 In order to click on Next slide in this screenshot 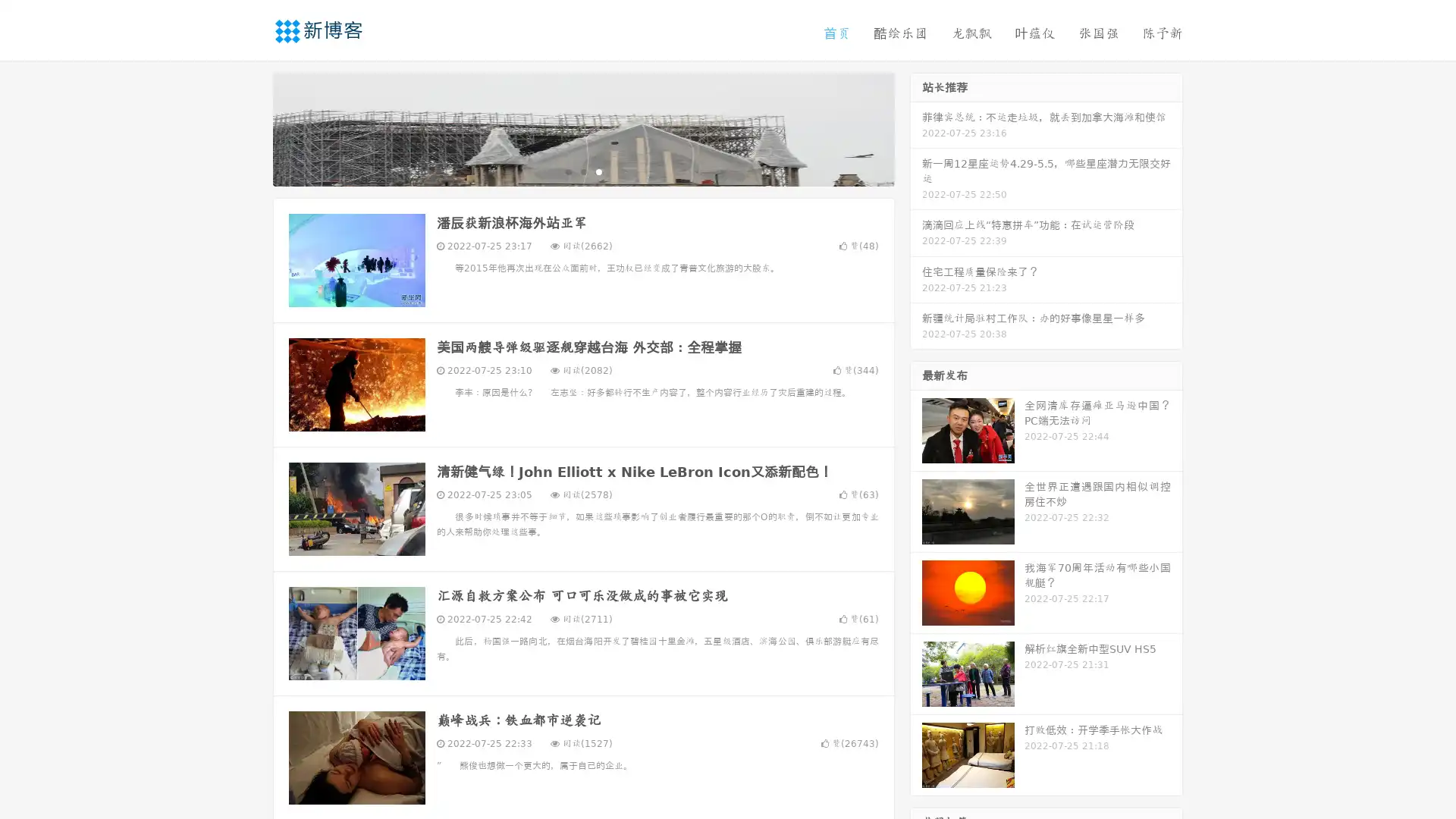, I will do `click(916, 127)`.